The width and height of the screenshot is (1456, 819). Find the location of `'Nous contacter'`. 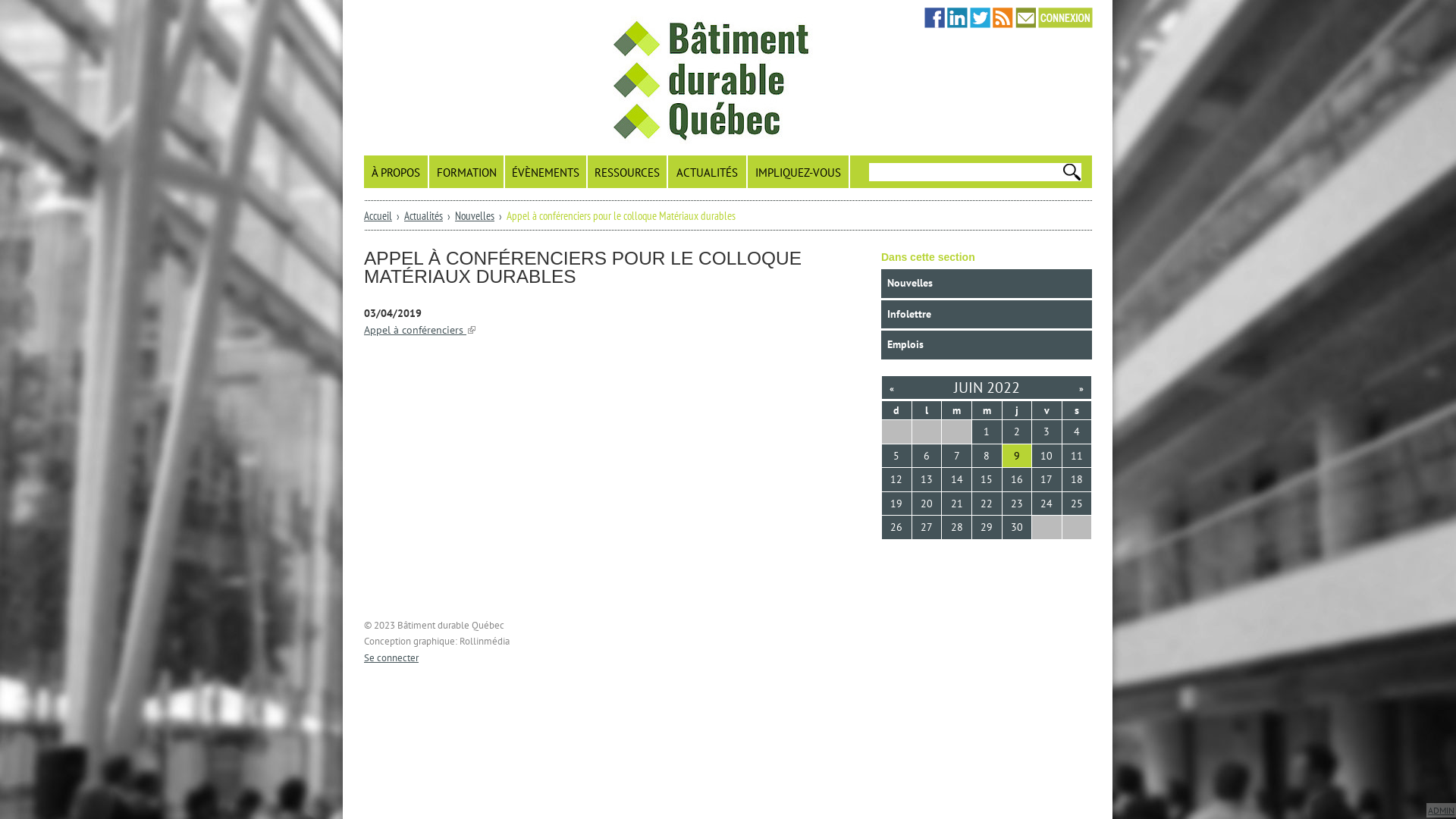

'Nous contacter' is located at coordinates (1025, 17).